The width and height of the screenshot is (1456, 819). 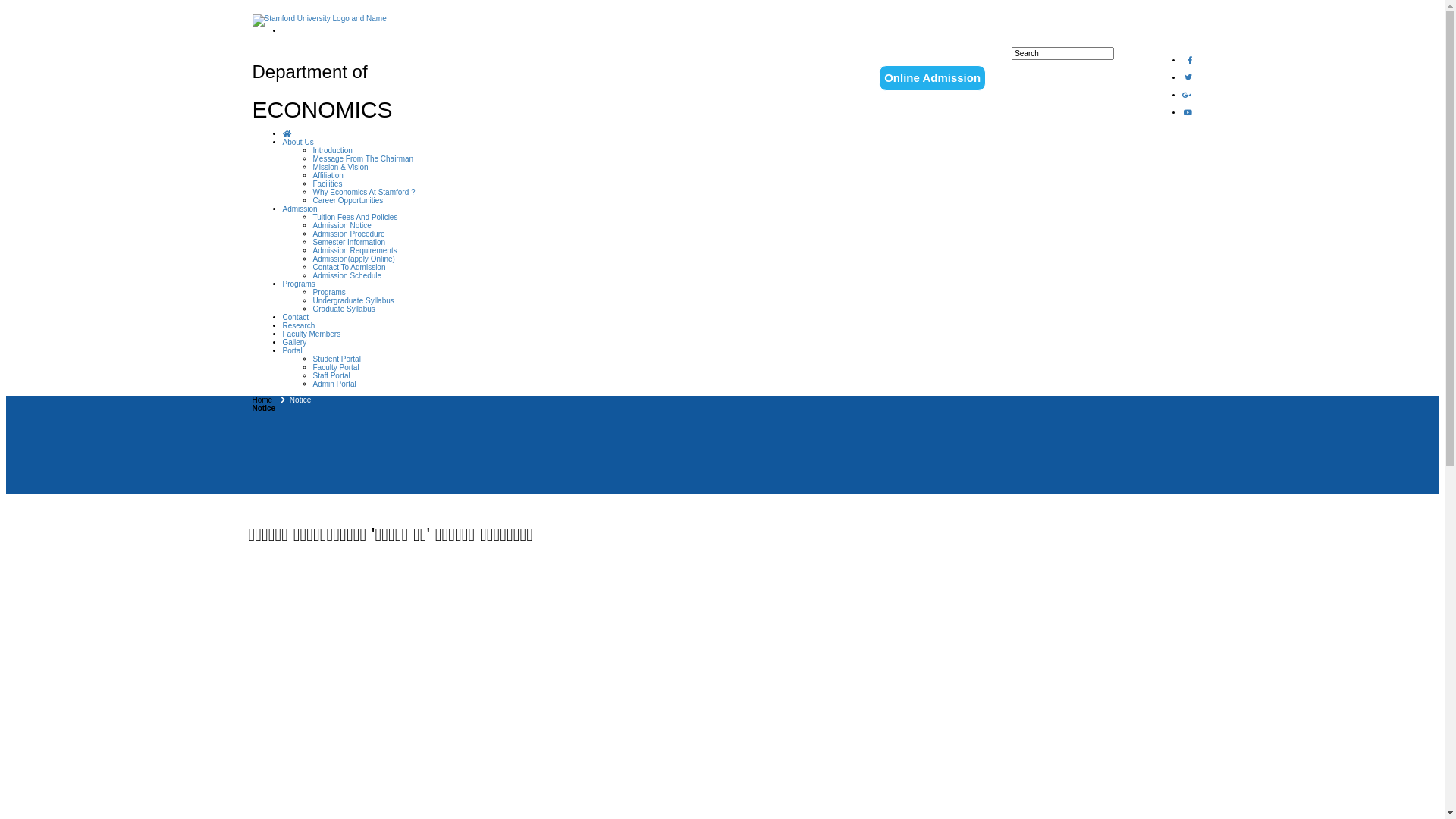 What do you see at coordinates (282, 325) in the screenshot?
I see `'Research'` at bounding box center [282, 325].